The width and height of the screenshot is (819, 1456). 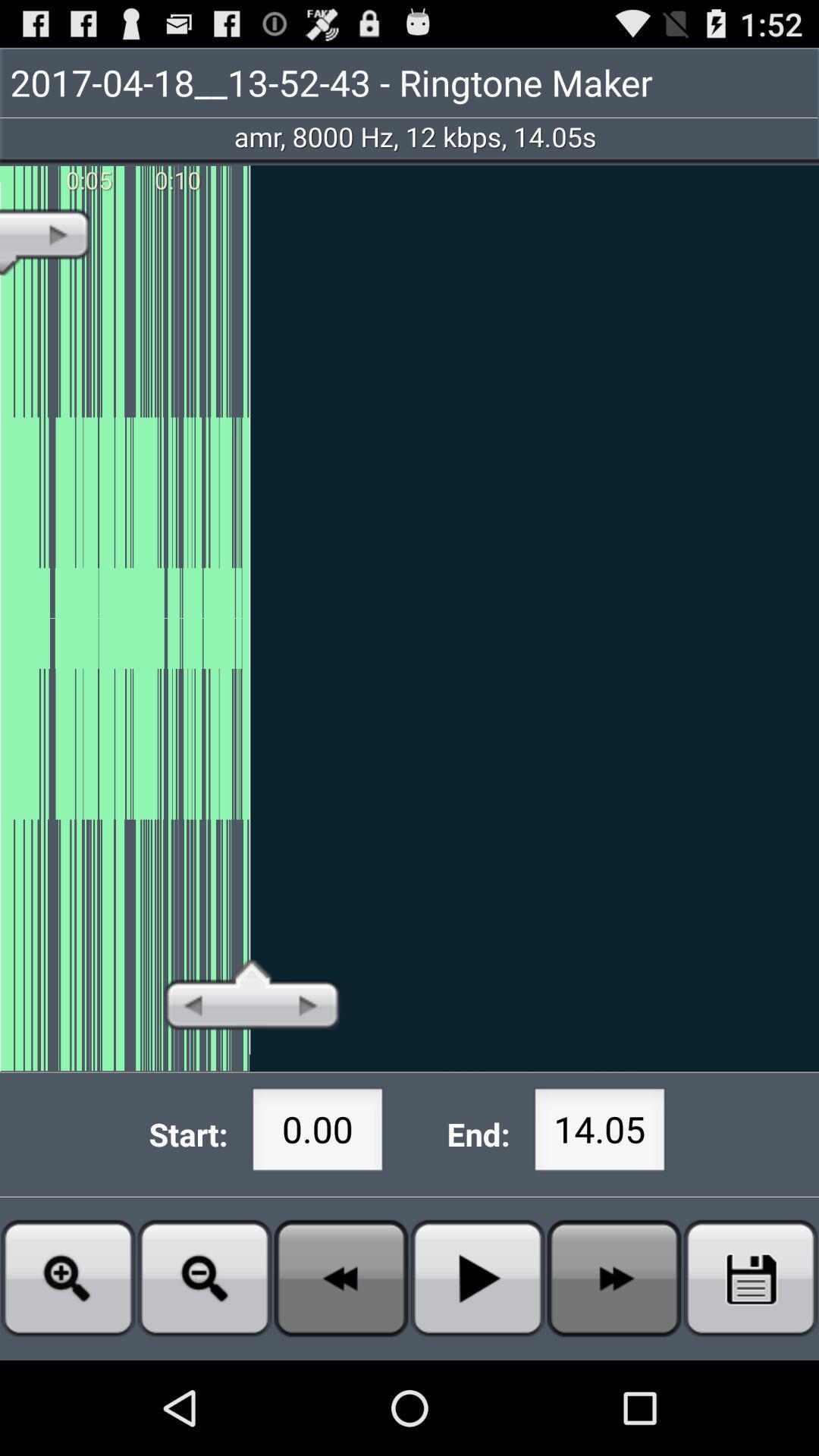 I want to click on file, so click(x=476, y=1277).